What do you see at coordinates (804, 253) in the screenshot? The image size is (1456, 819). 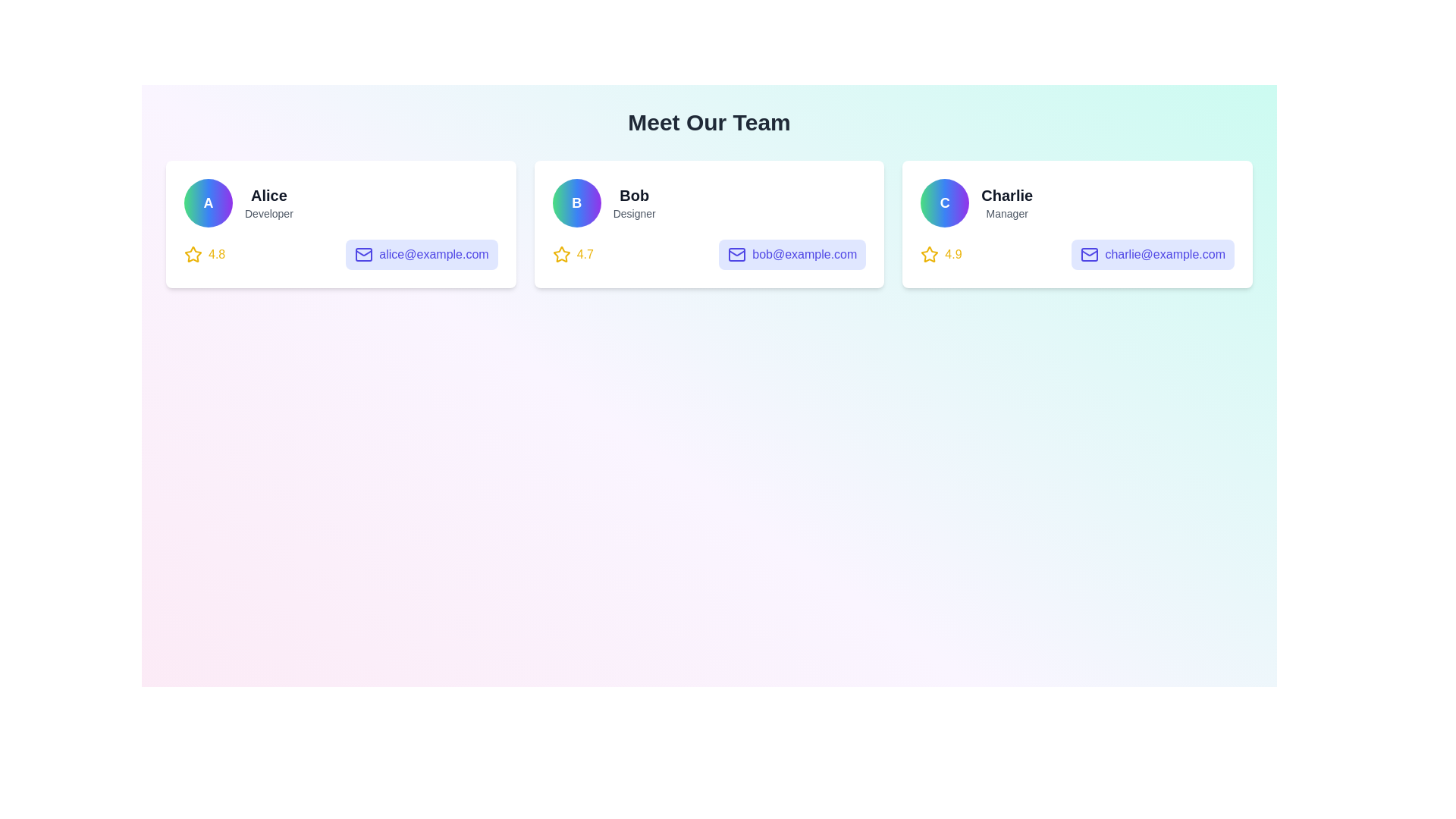 I see `the email address text label for 'Bob' in the contact section of the profile card` at bounding box center [804, 253].